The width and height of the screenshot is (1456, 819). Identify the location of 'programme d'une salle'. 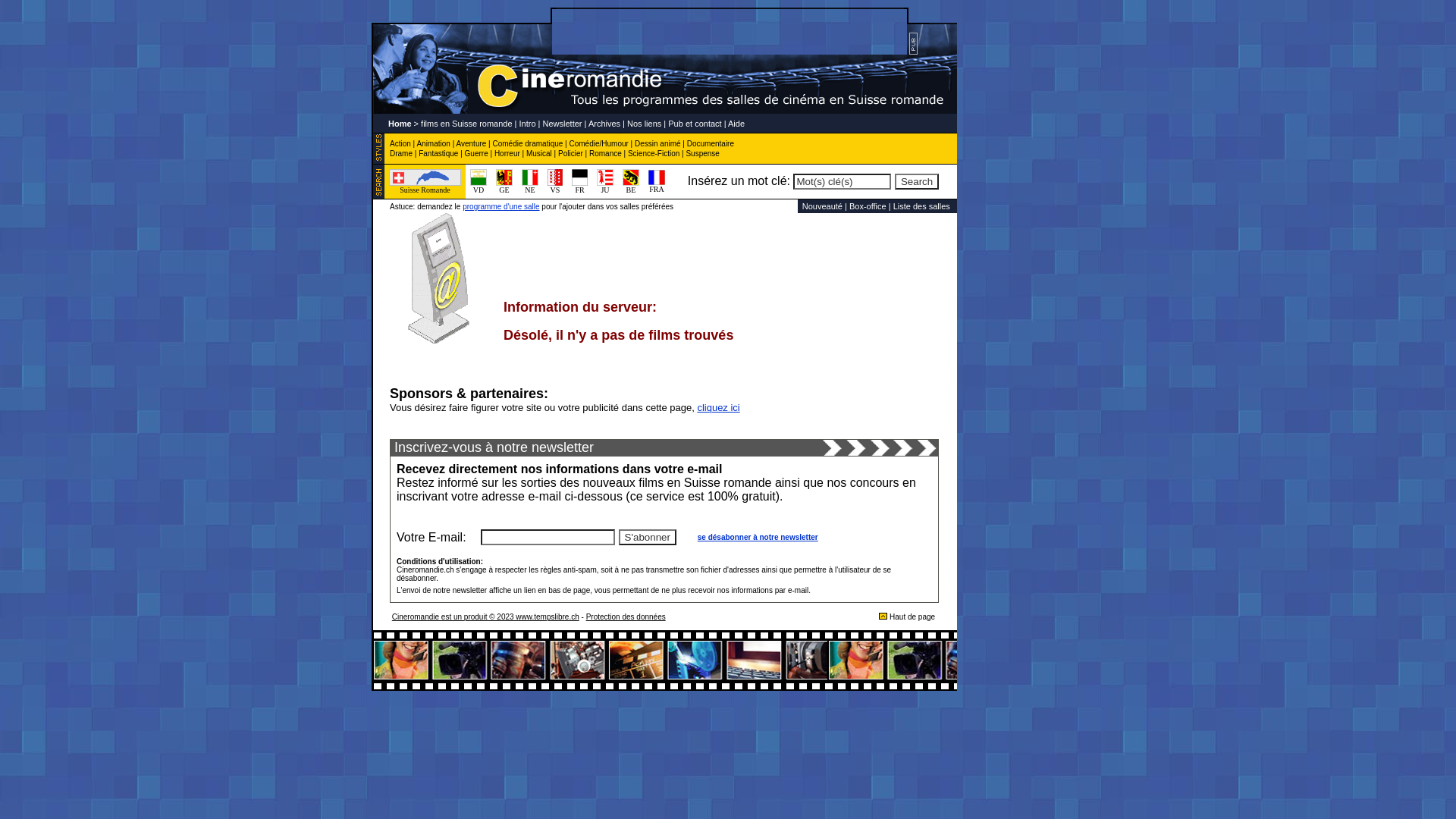
(500, 206).